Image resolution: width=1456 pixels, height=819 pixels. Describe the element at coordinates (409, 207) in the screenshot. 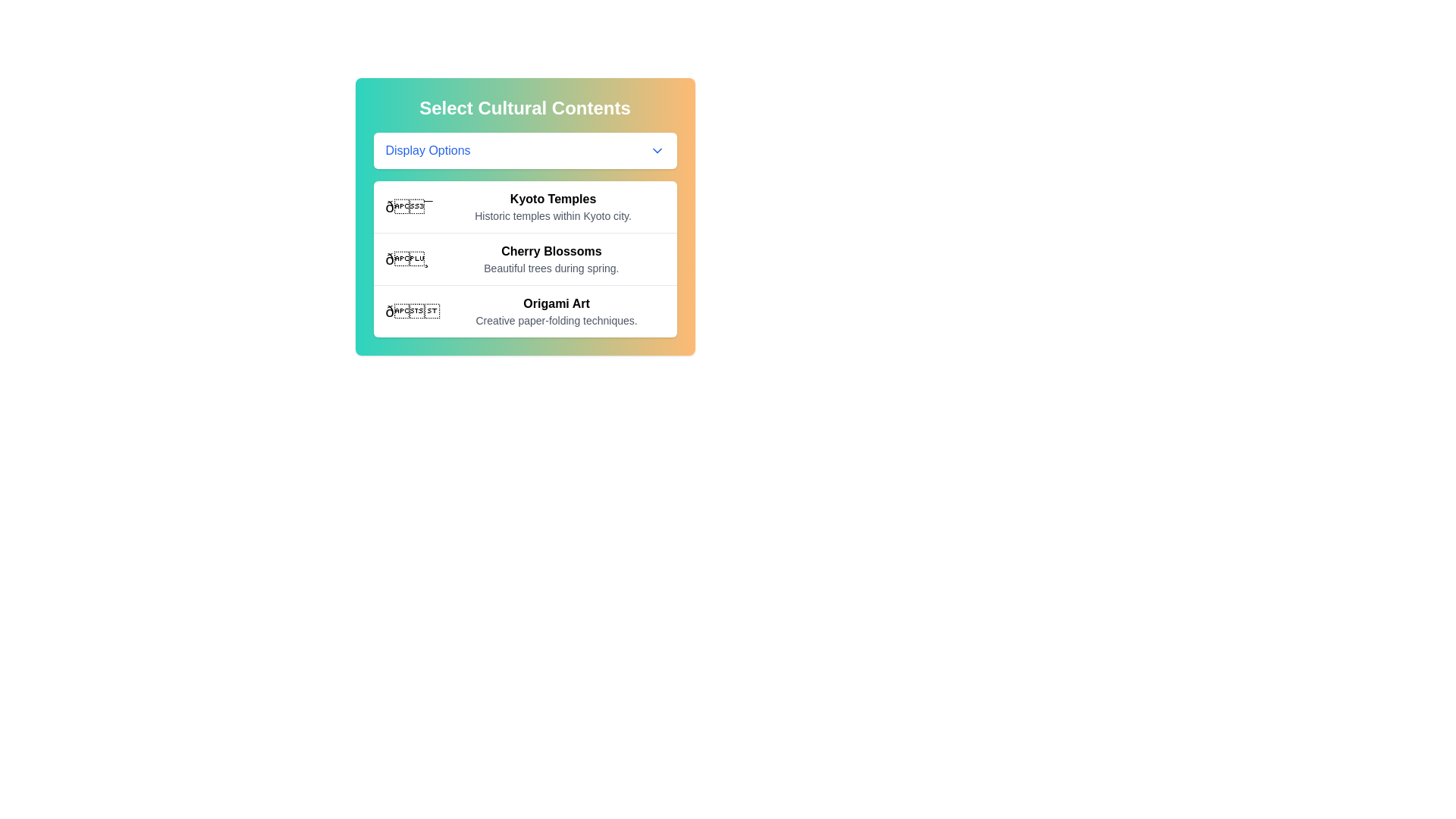

I see `the icon representing the 'Kyoto Temples' section, which is located to the left of the text 'Kyoto Temples' and 'Historic temples within Kyoto city.'` at that location.